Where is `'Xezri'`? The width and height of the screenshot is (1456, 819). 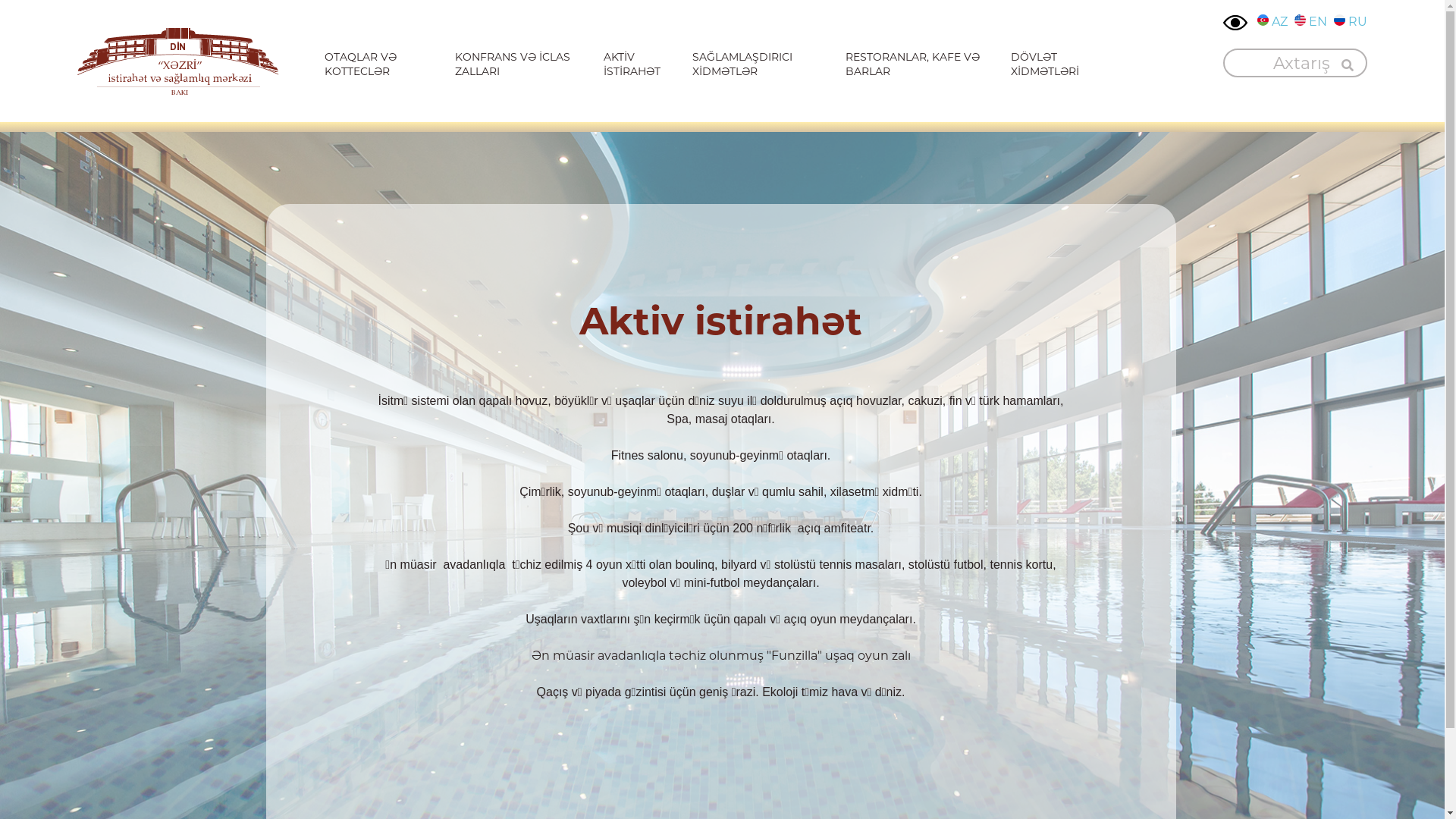 'Xezri' is located at coordinates (178, 61).